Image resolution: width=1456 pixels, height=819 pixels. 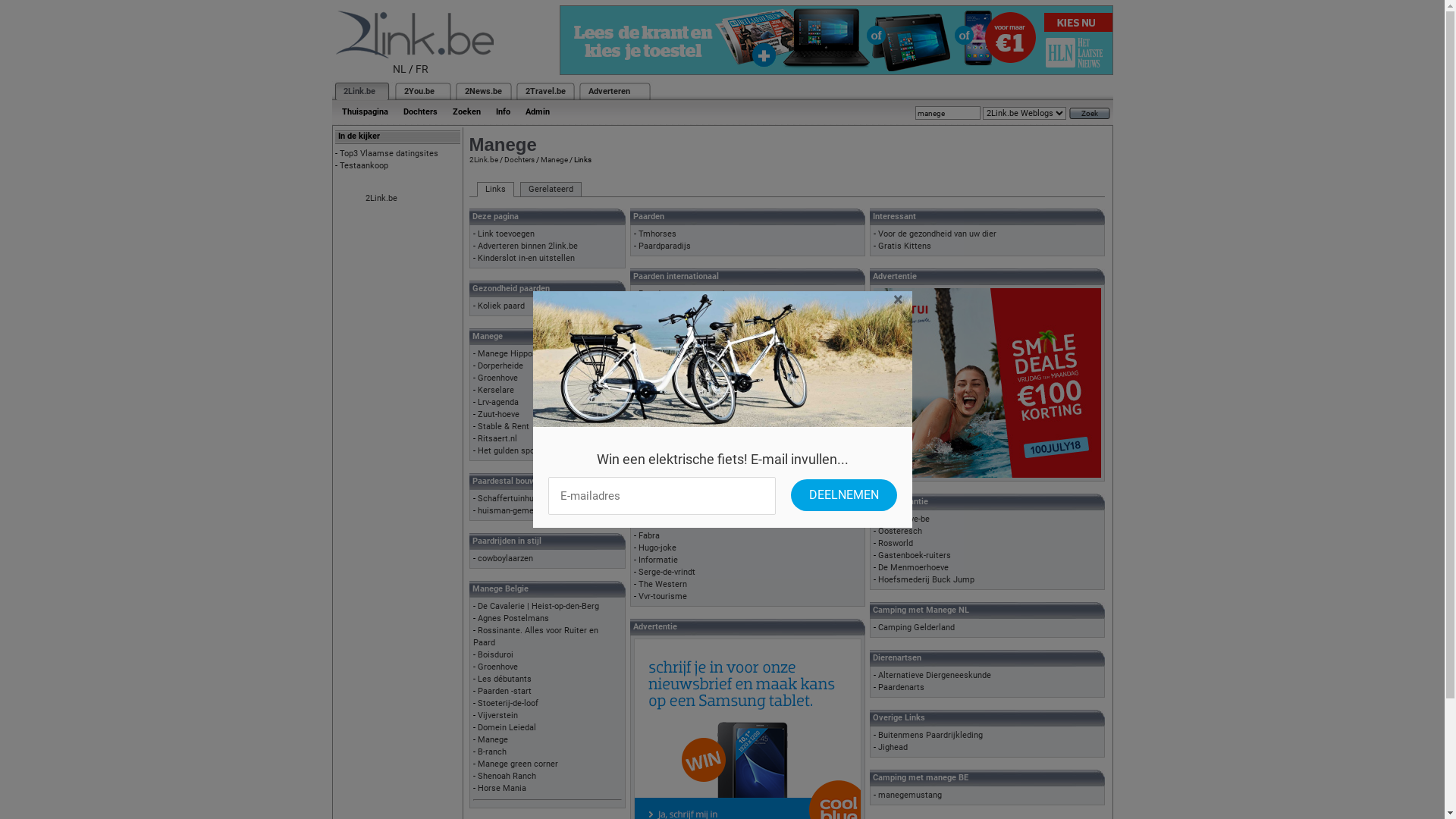 What do you see at coordinates (539, 159) in the screenshot?
I see `'Manege'` at bounding box center [539, 159].